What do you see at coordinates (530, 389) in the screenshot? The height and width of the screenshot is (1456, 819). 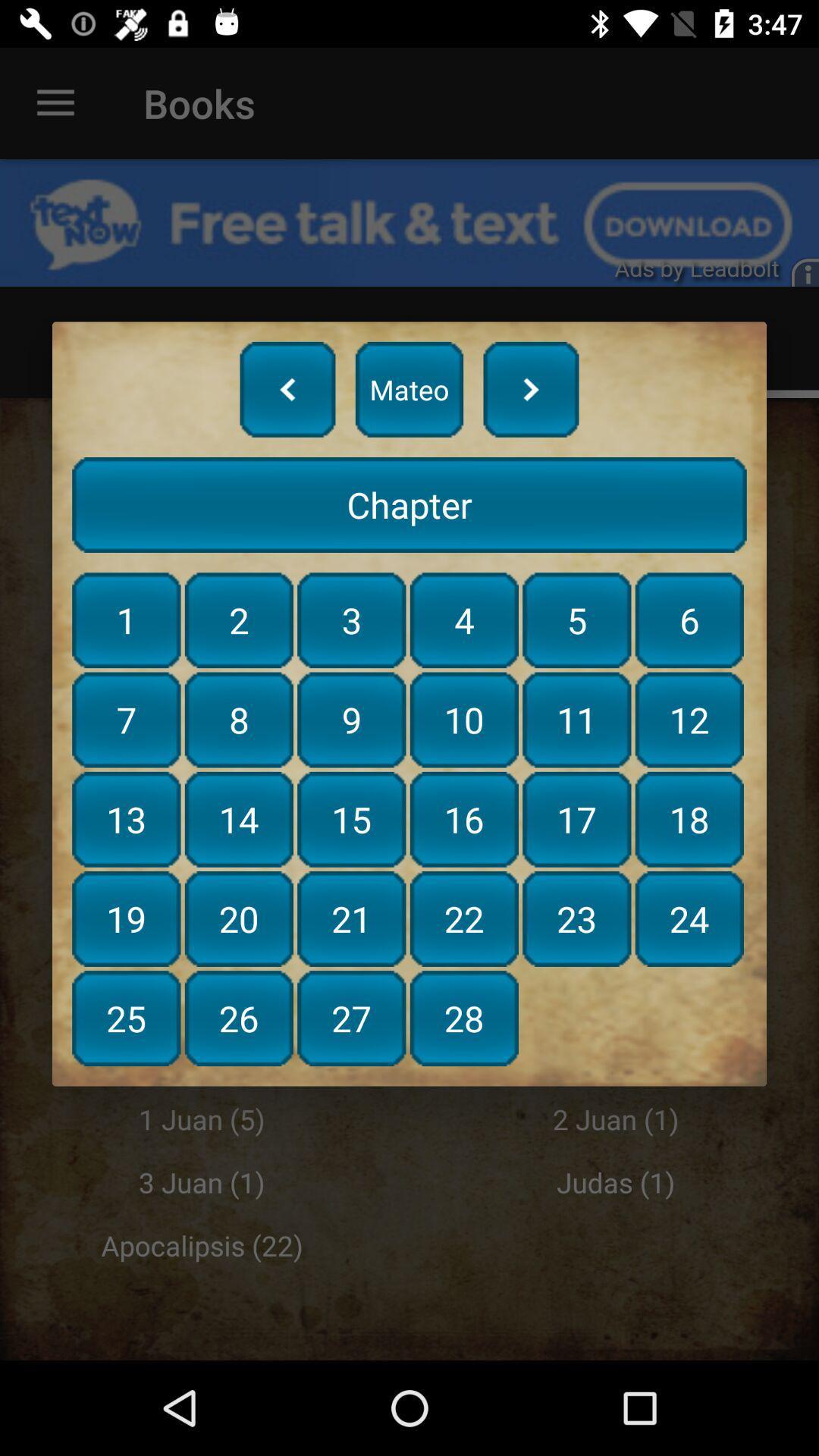 I see `next` at bounding box center [530, 389].